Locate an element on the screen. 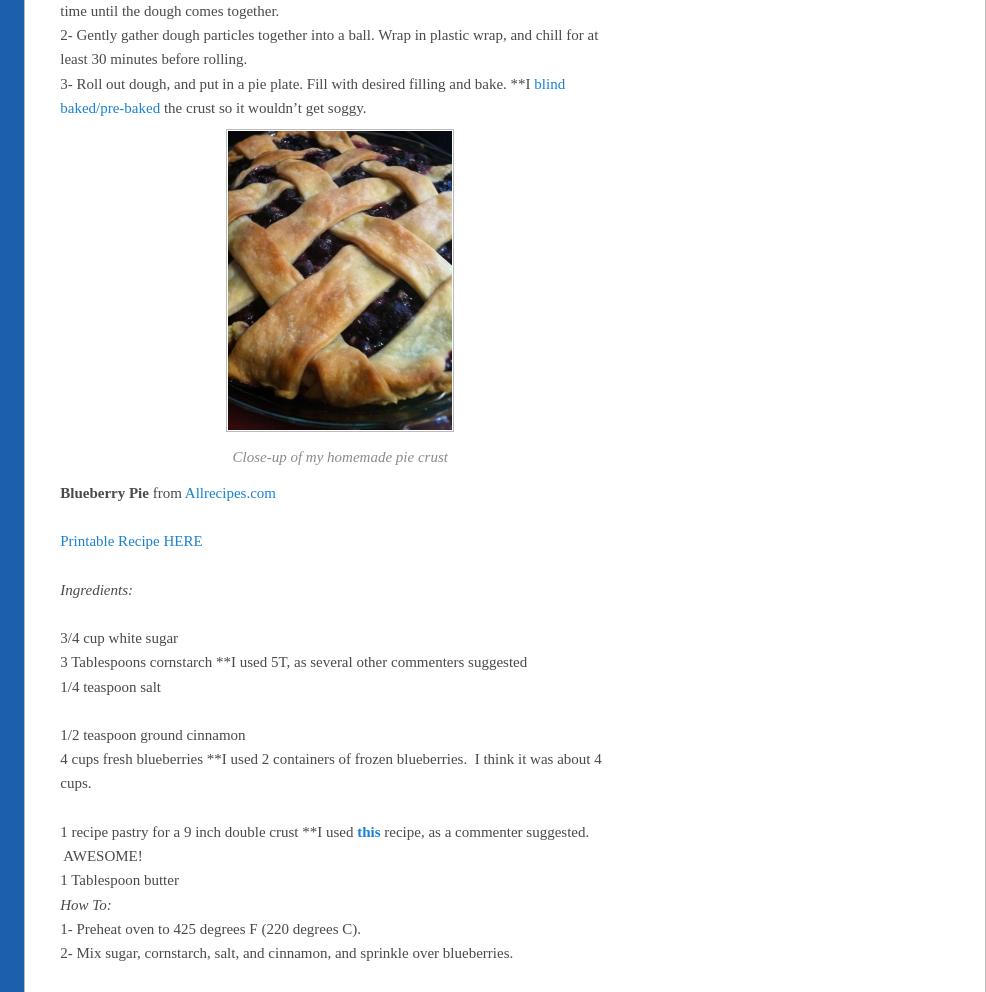 The width and height of the screenshot is (986, 992). '1 Tablespoon butter' is located at coordinates (119, 880).